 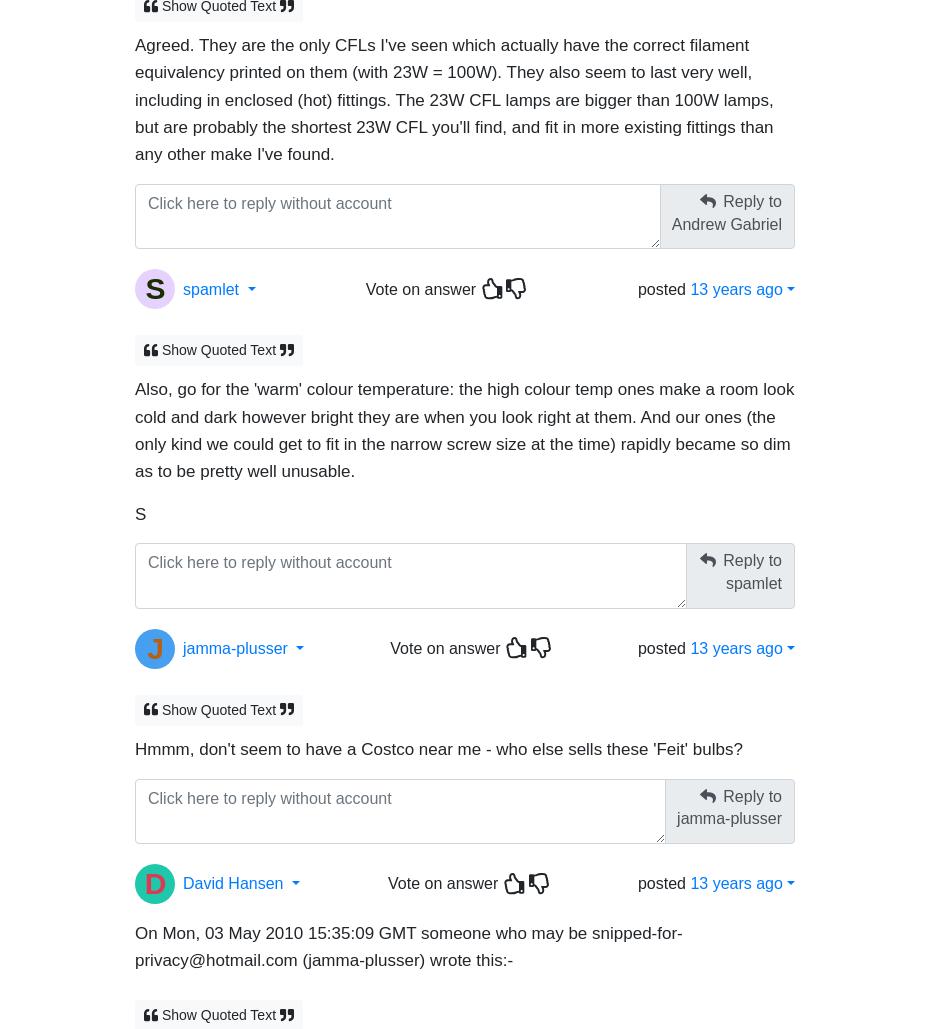 What do you see at coordinates (155, 872) in the screenshot?
I see `'D'` at bounding box center [155, 872].